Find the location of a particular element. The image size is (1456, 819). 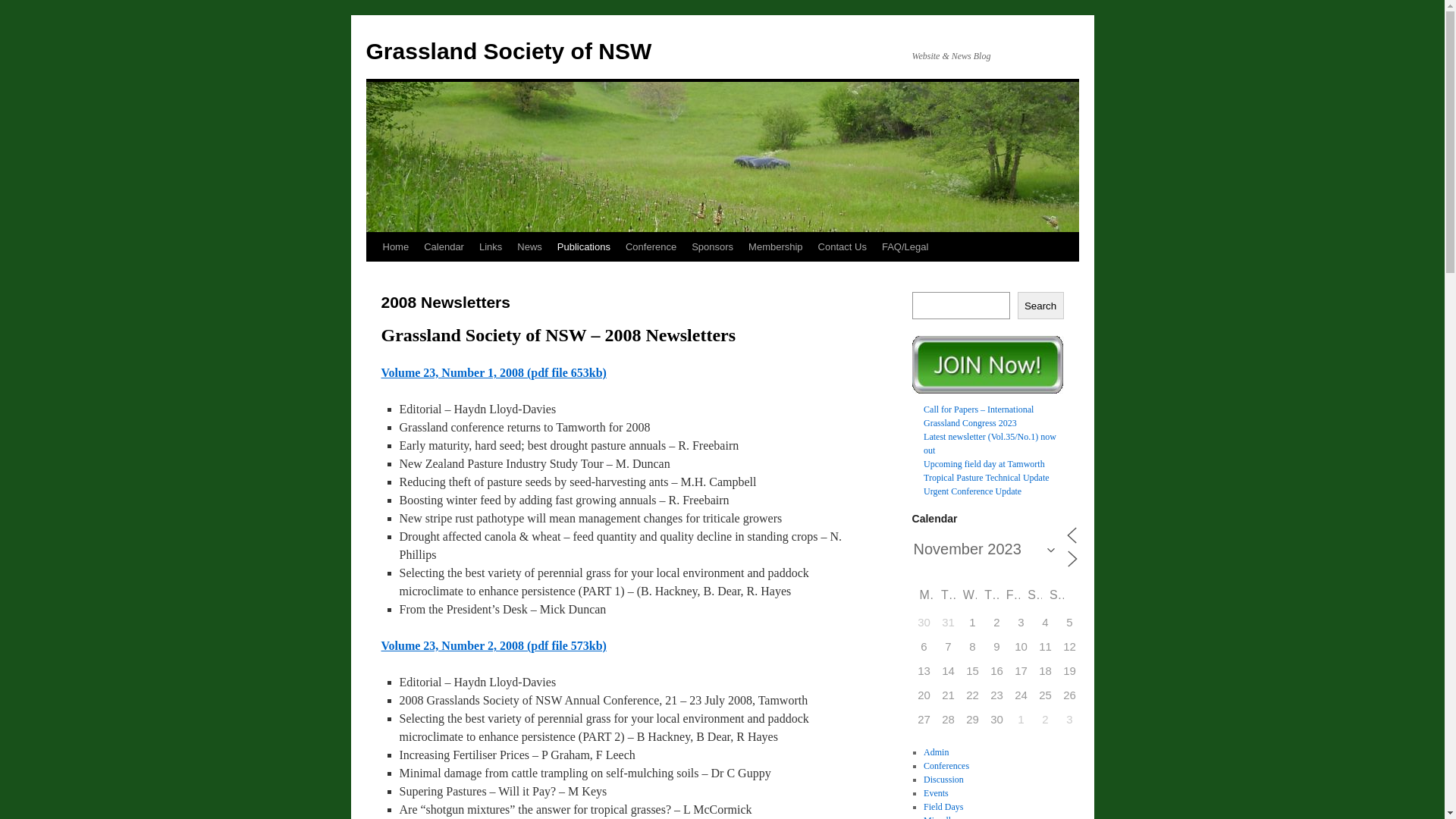

'Conferences' is located at coordinates (923, 766).